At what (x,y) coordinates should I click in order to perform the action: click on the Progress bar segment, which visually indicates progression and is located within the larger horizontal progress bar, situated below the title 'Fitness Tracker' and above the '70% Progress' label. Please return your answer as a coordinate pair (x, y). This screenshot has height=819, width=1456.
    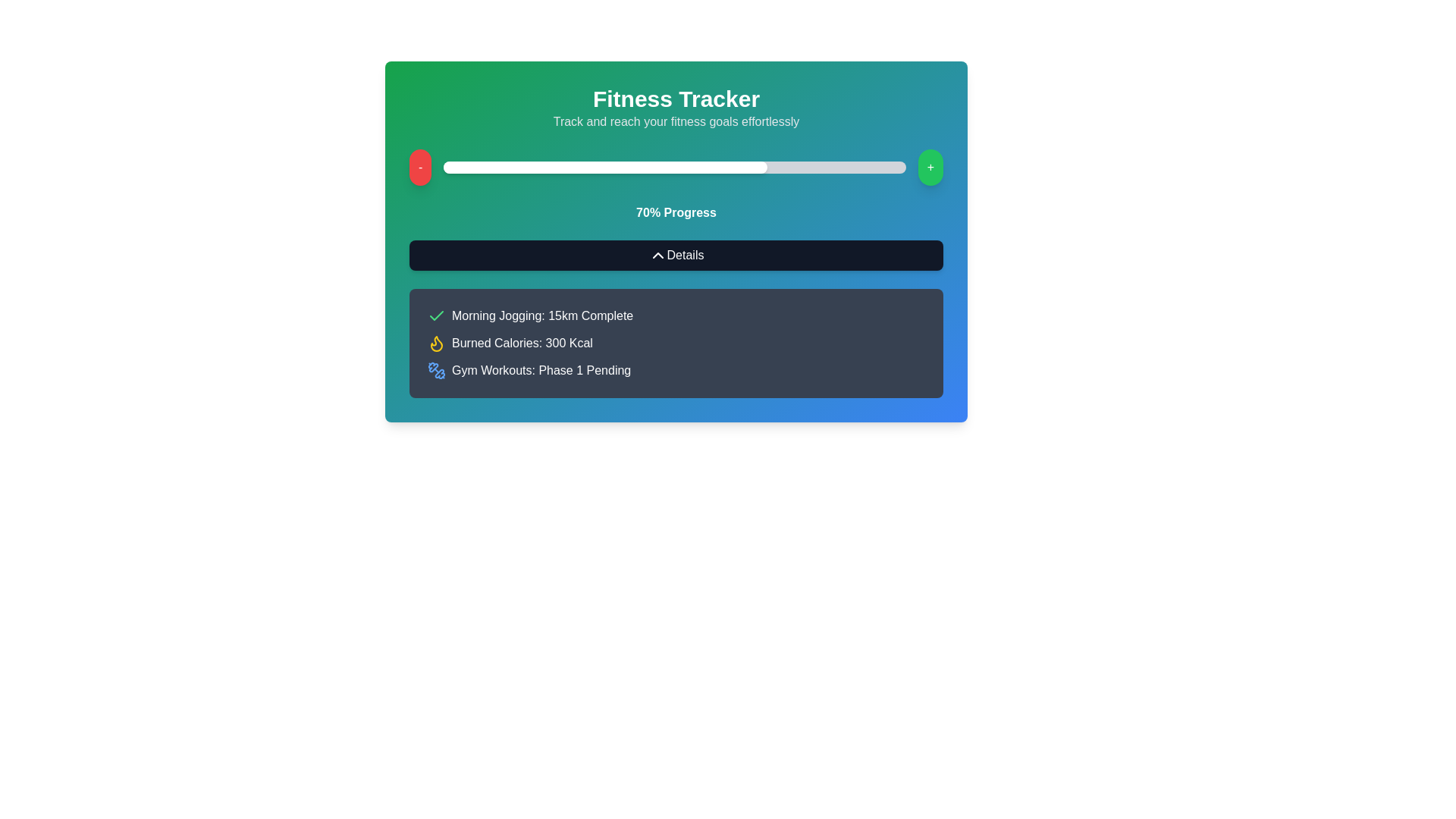
    Looking at the image, I should click on (604, 167).